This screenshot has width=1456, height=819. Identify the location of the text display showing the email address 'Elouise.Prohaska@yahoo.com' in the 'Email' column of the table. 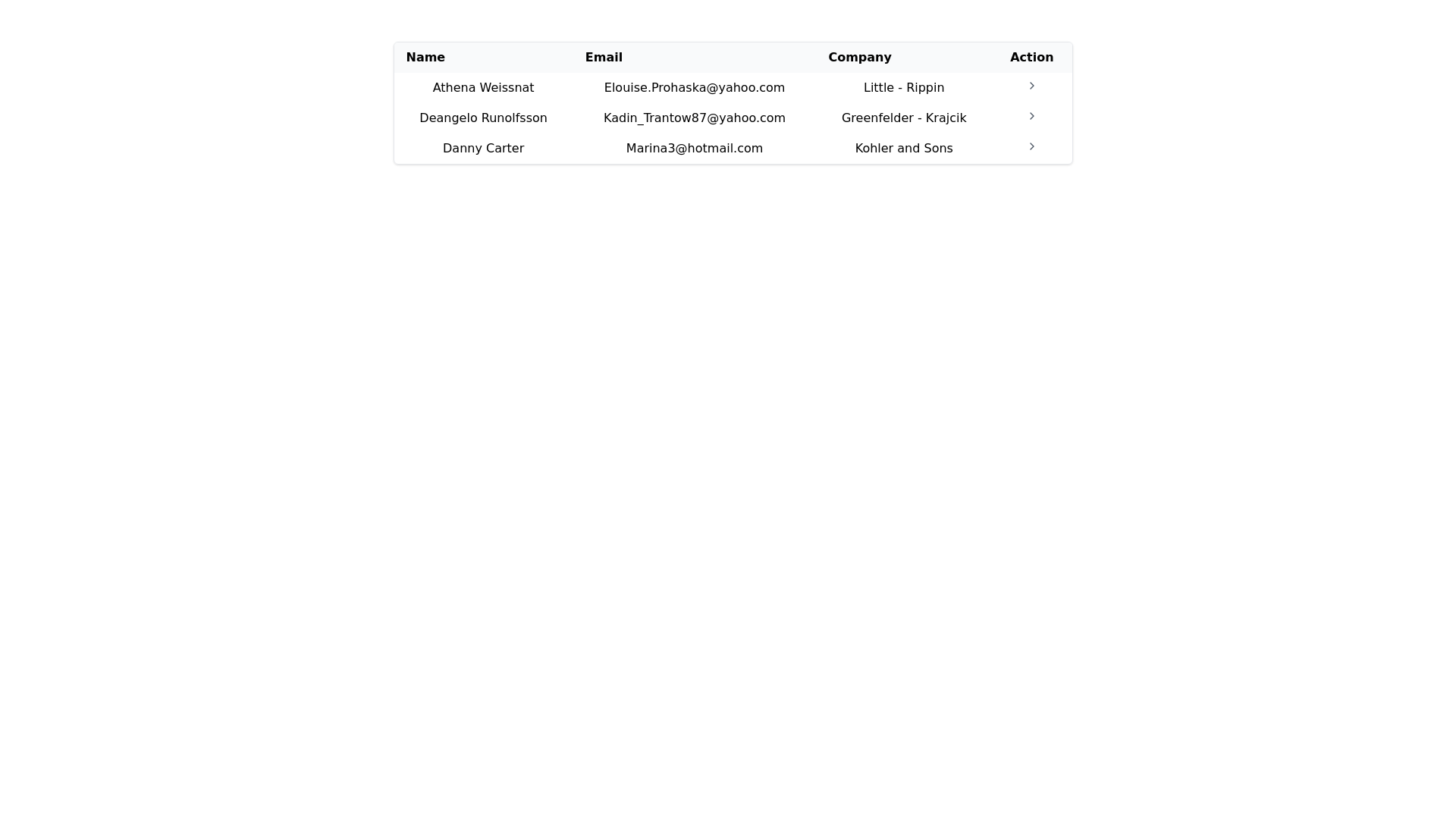
(694, 87).